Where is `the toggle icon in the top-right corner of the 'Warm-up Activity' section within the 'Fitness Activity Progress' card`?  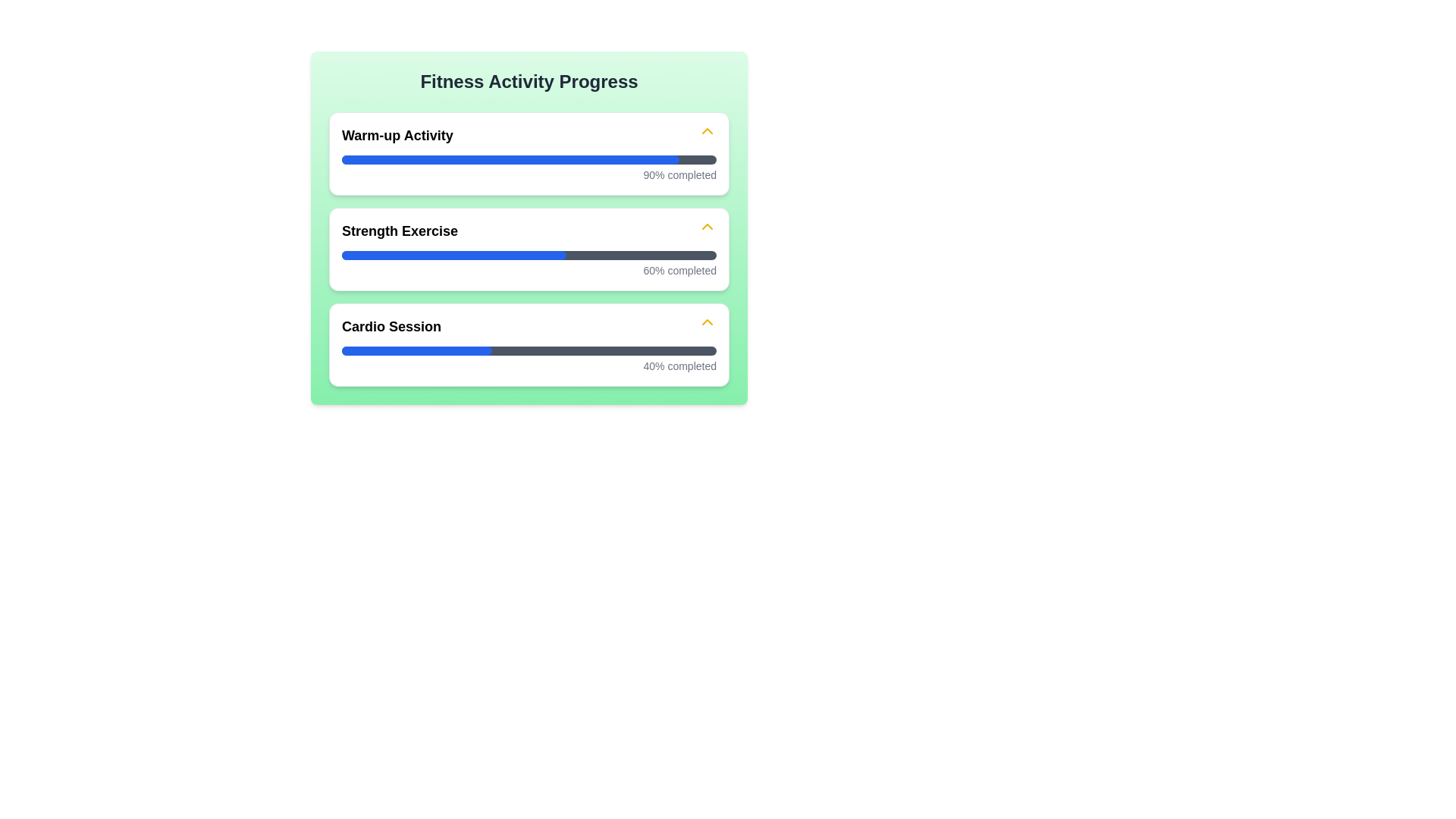 the toggle icon in the top-right corner of the 'Warm-up Activity' section within the 'Fitness Activity Progress' card is located at coordinates (706, 133).